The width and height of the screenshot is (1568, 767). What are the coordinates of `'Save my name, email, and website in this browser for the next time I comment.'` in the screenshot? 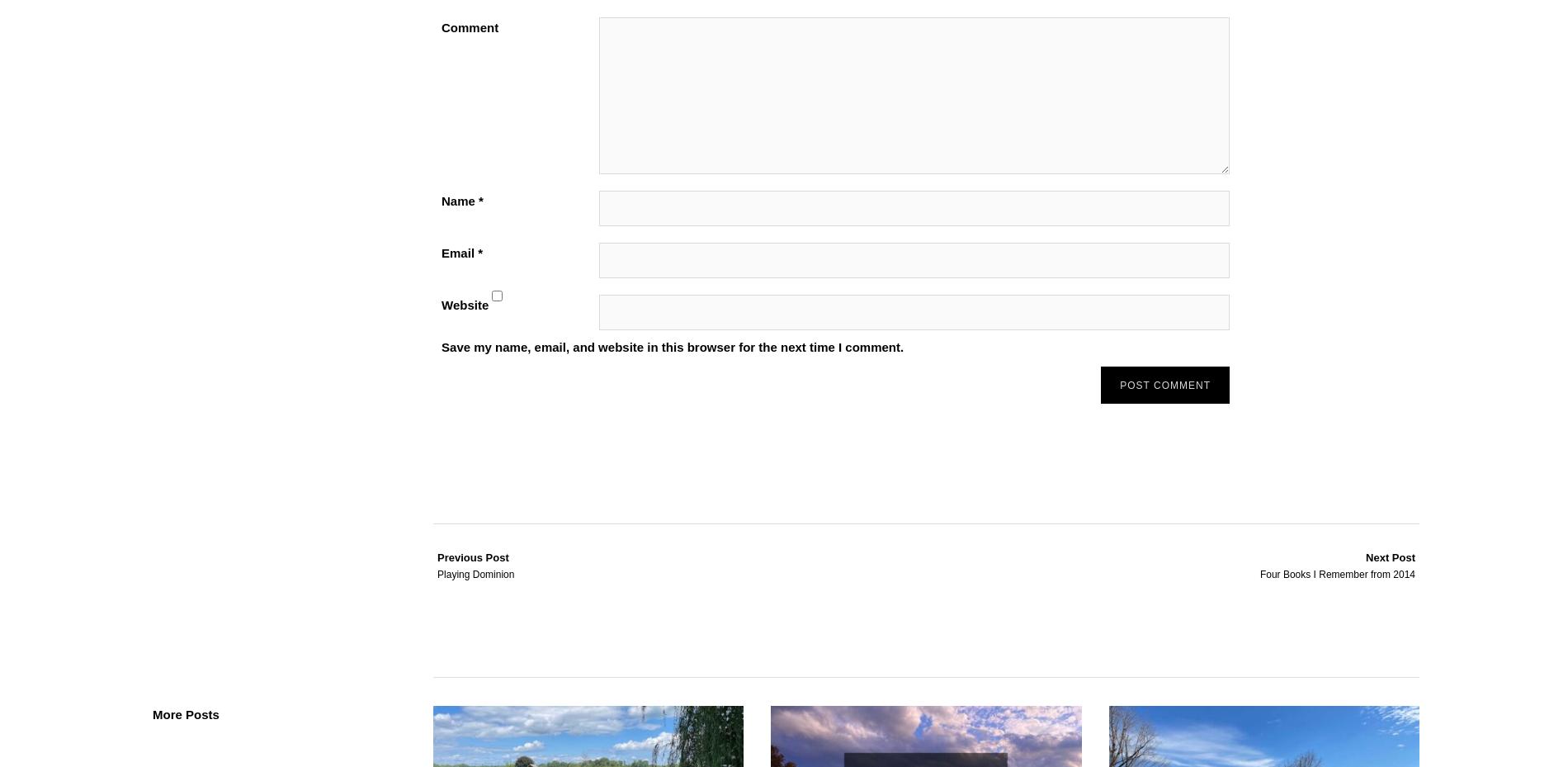 It's located at (671, 345).